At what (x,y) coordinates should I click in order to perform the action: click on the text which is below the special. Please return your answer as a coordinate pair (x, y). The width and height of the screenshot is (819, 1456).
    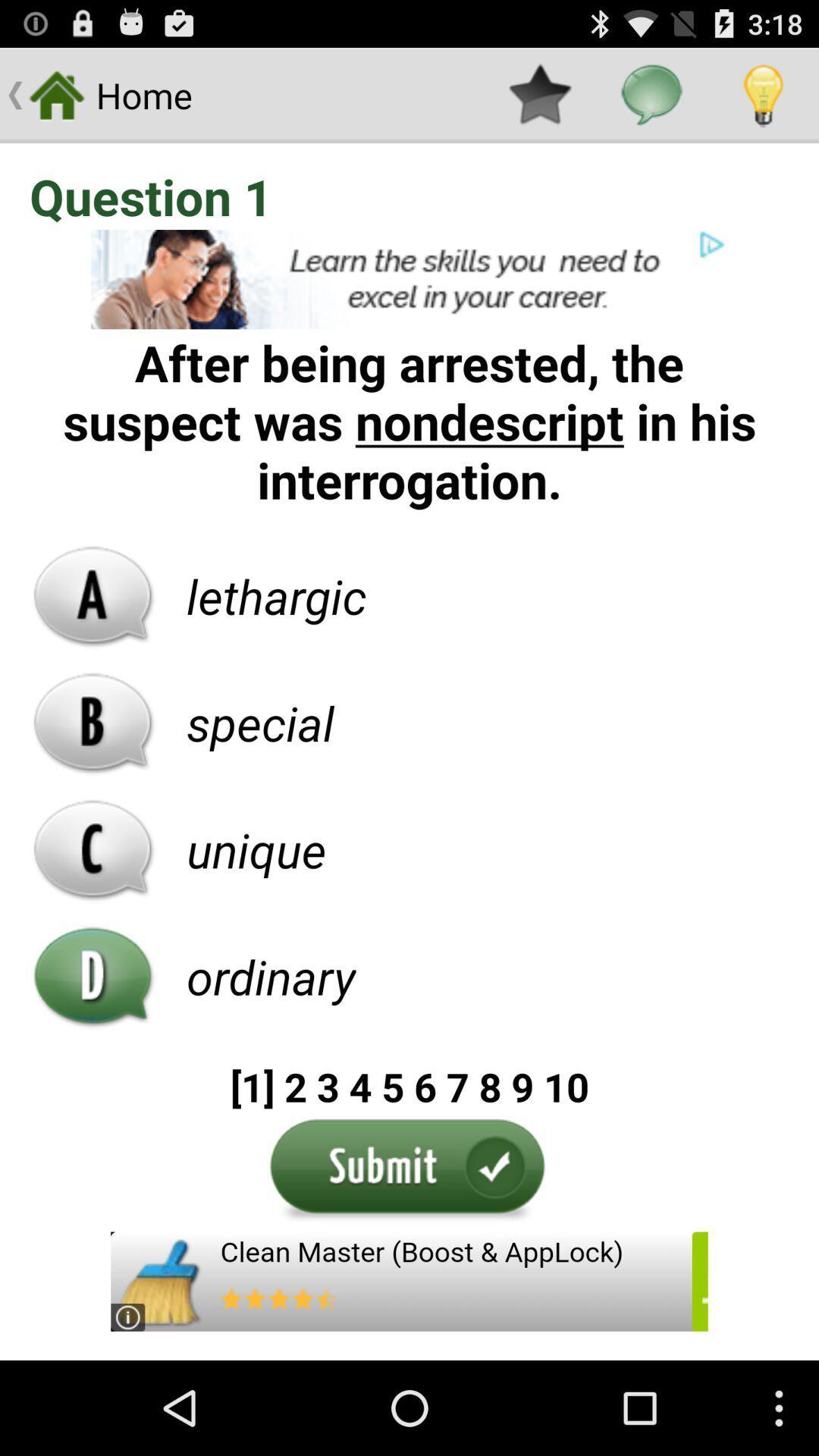
    Looking at the image, I should click on (256, 850).